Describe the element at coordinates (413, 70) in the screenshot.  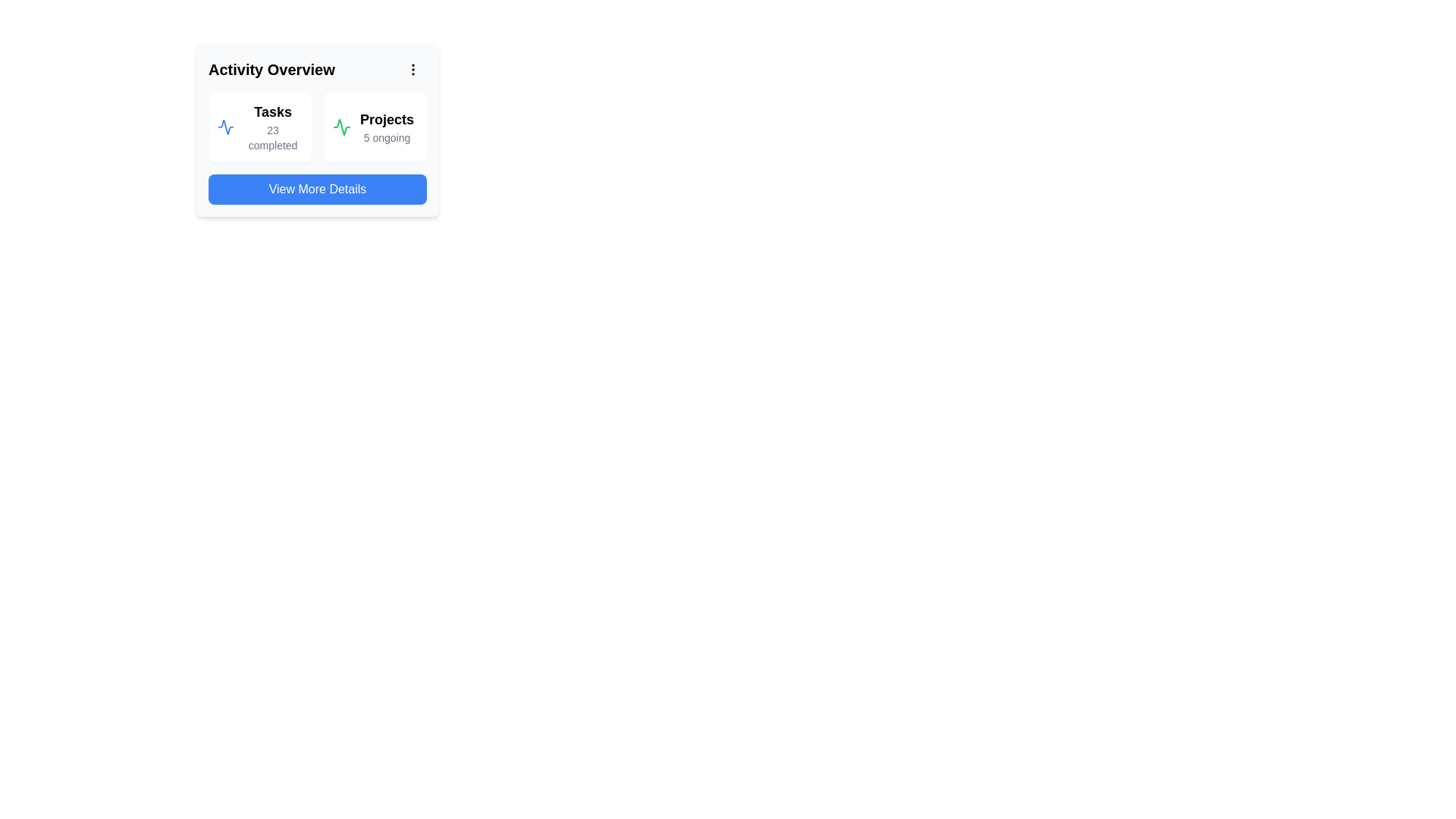
I see `the options icon located at the top-right corner of the 'Activity Overview' card` at that location.